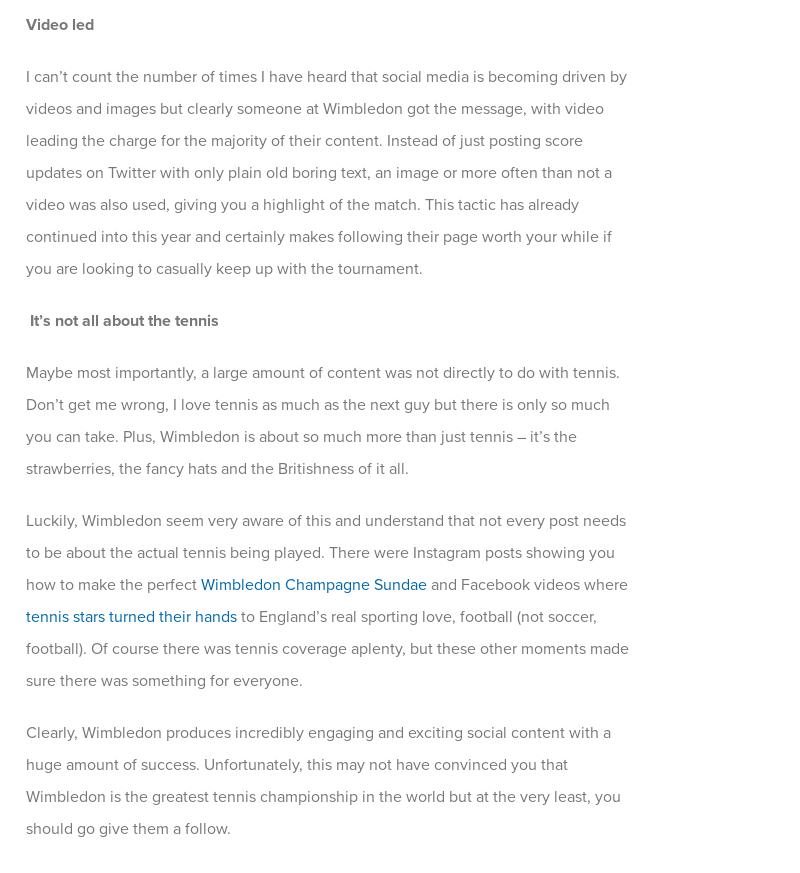 The image size is (800, 873). I want to click on 'Video led', so click(59, 23).